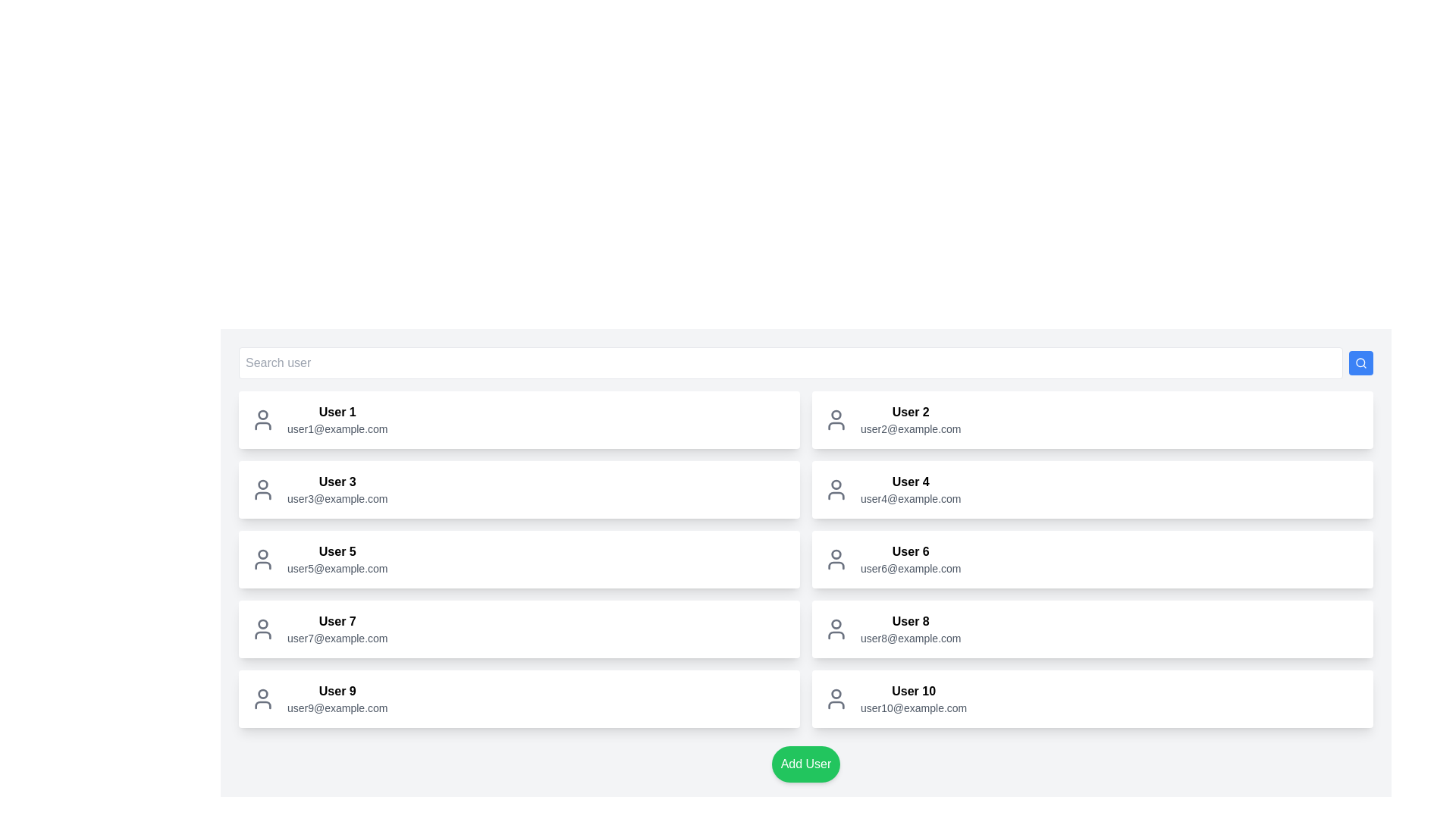 The height and width of the screenshot is (819, 1456). I want to click on the bold text label 'User 2' located in the right column of the user list, specifically in the second row above the email 'user2@example.com', so click(910, 412).